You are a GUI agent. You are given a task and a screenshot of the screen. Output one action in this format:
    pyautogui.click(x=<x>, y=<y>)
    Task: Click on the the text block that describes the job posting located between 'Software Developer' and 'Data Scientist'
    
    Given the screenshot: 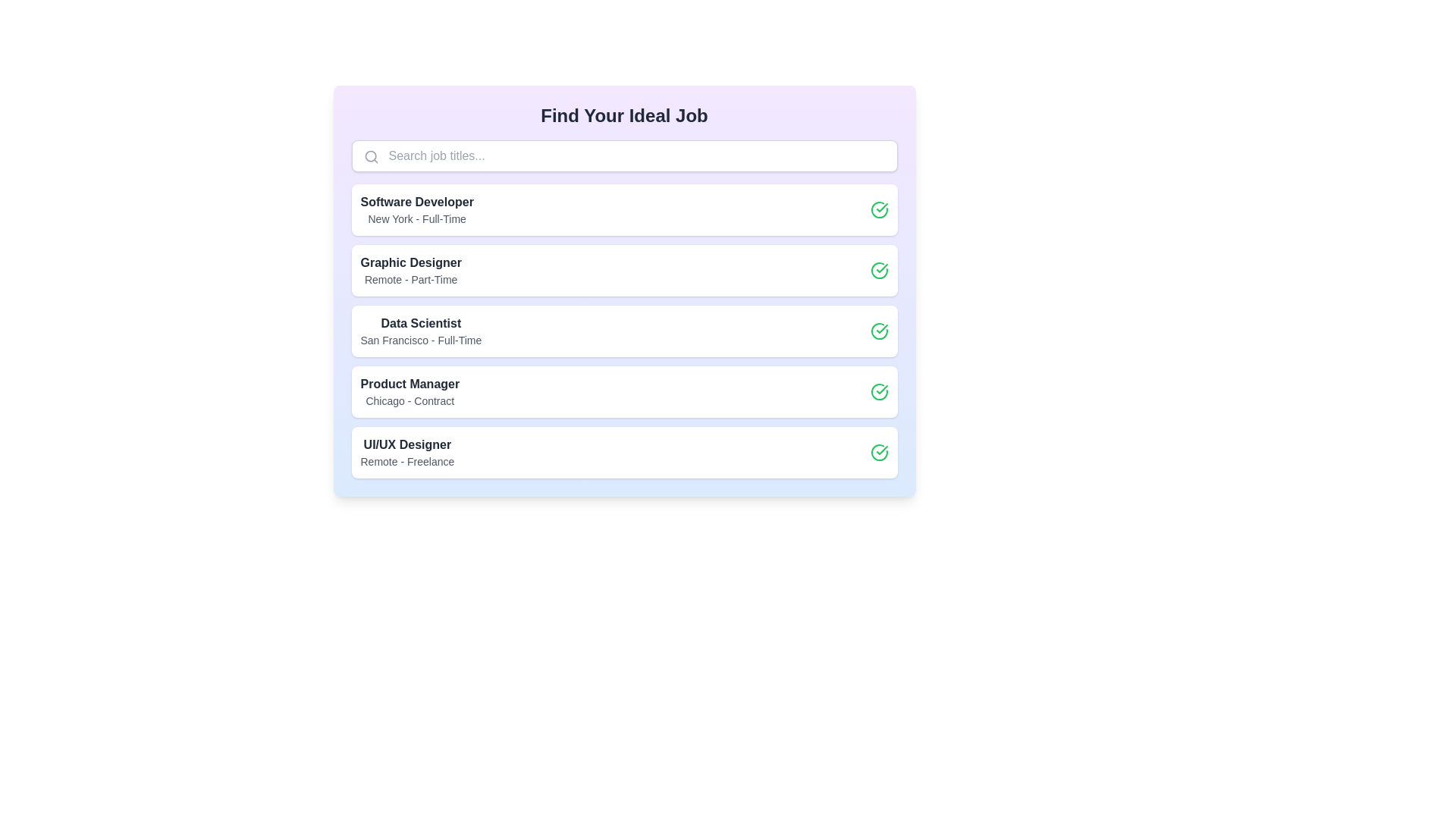 What is the action you would take?
    pyautogui.click(x=411, y=270)
    